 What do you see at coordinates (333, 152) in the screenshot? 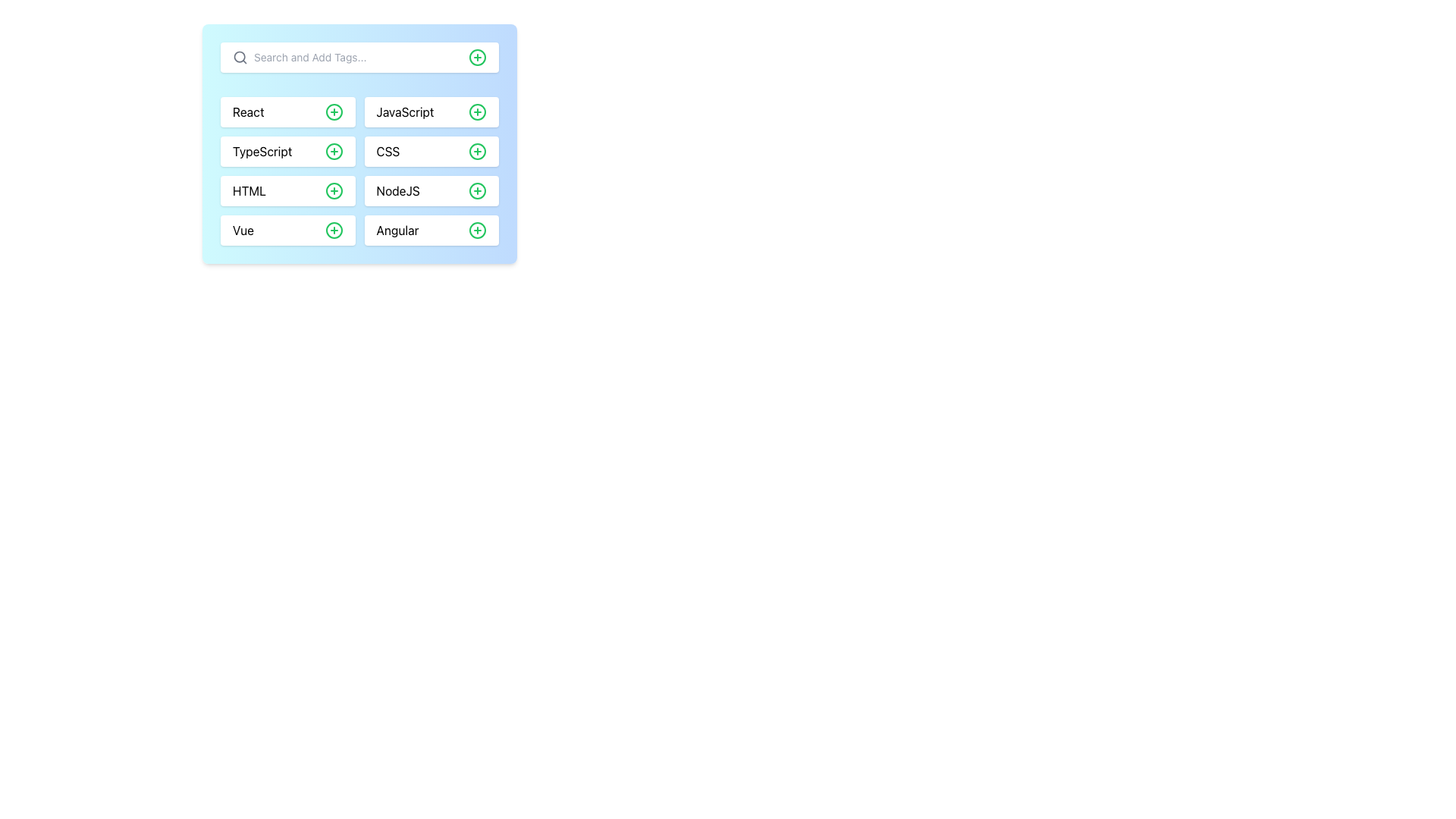
I see `the interactive button to add 'TypeScript'` at bounding box center [333, 152].